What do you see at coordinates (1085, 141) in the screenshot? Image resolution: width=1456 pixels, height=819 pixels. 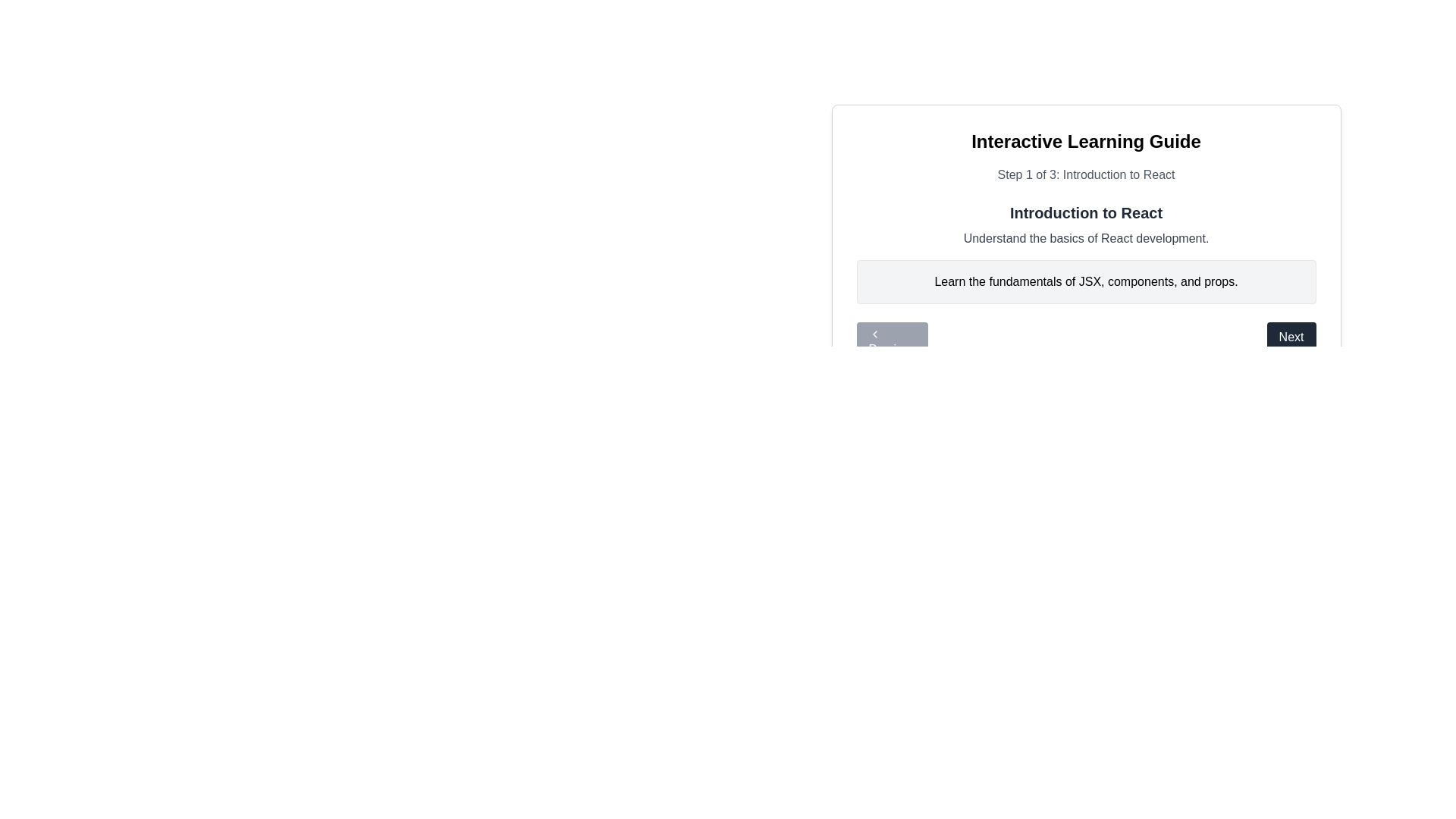 I see `the bold, large title text reading 'Interactive Learning Guide' which is positioned at the top of the central card-like interface` at bounding box center [1085, 141].